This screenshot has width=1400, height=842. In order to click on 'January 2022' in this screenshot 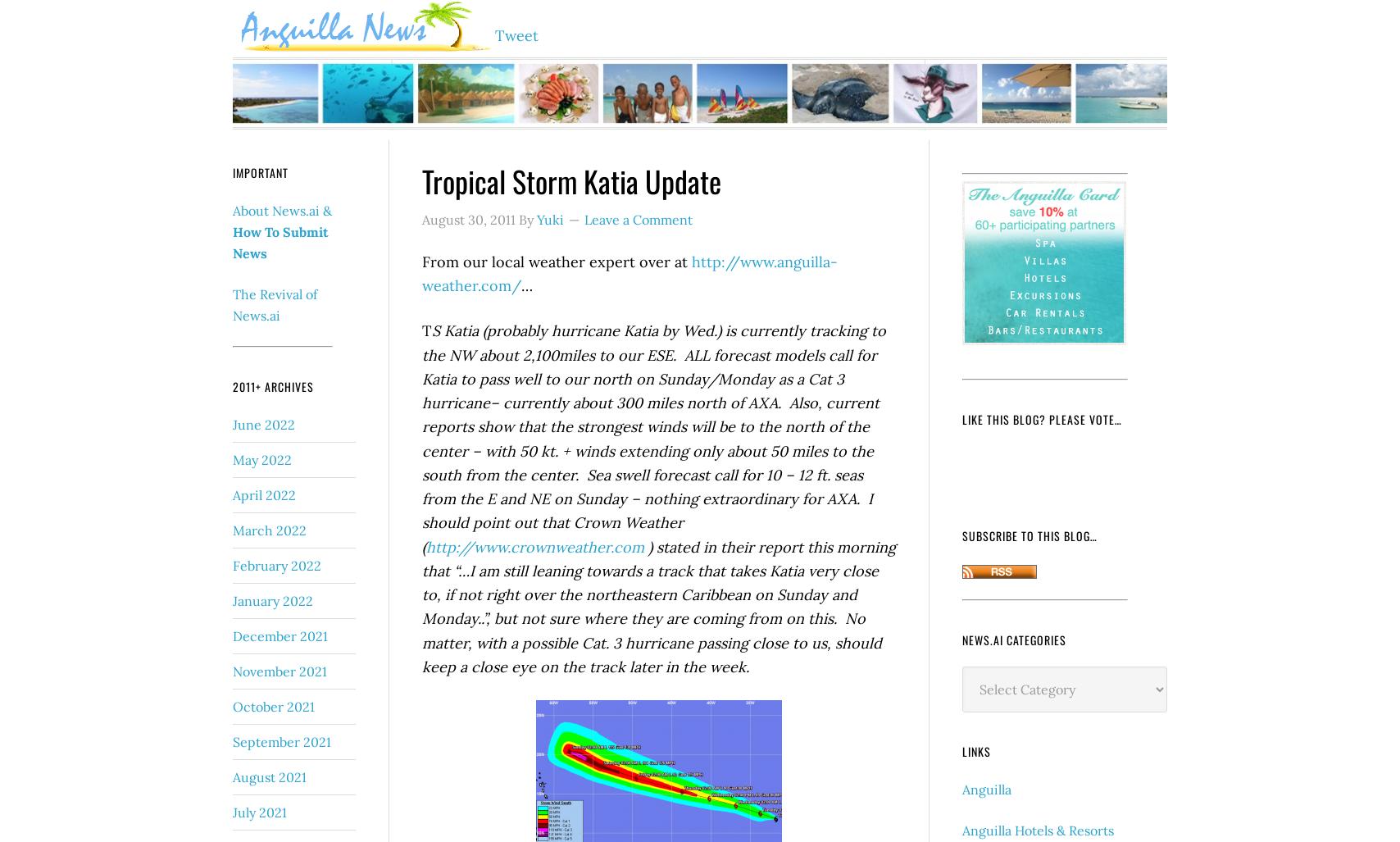, I will do `click(233, 600)`.